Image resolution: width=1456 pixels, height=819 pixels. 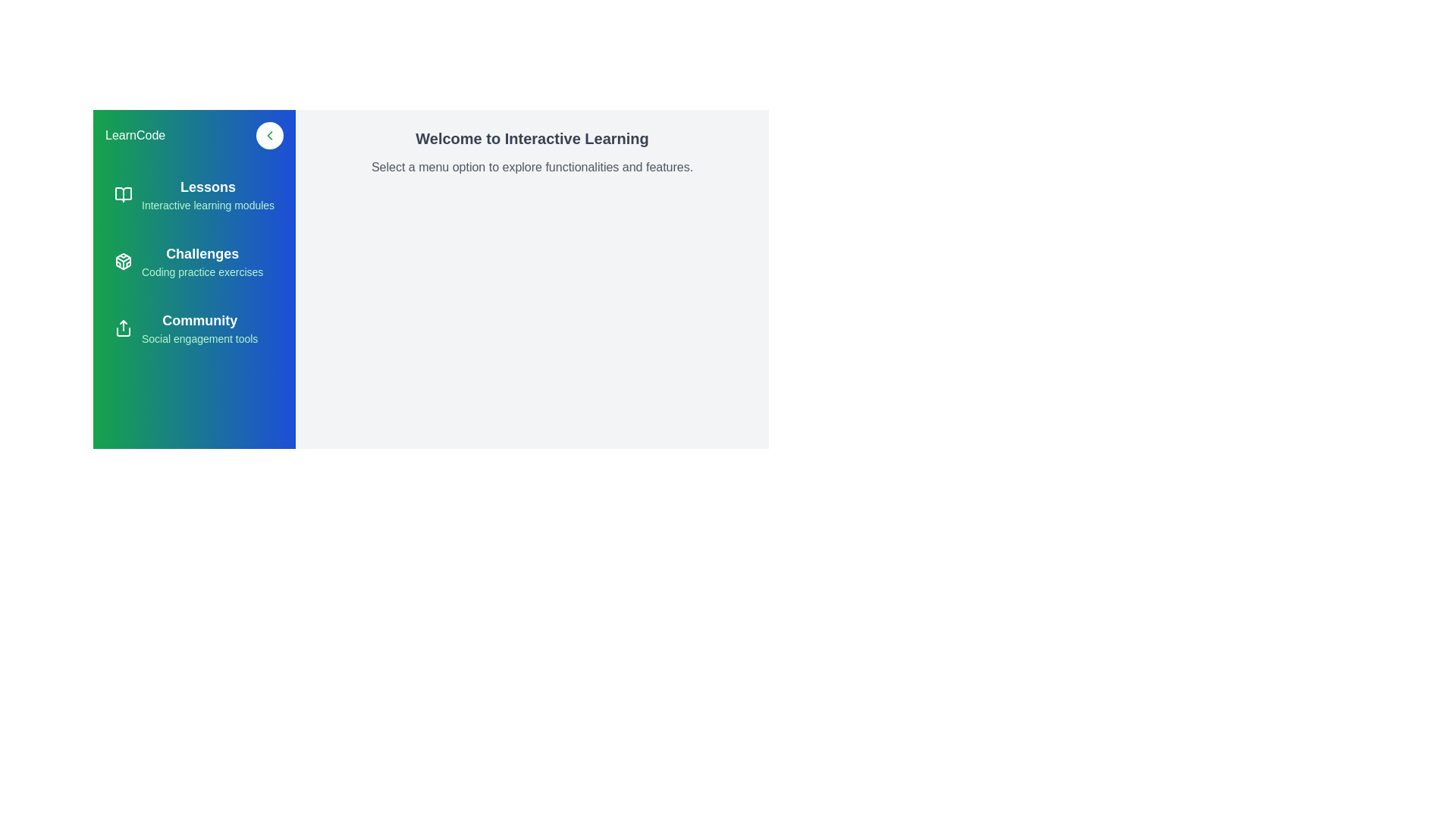 What do you see at coordinates (193, 260) in the screenshot?
I see `the Challenges section to explore its functionalities` at bounding box center [193, 260].